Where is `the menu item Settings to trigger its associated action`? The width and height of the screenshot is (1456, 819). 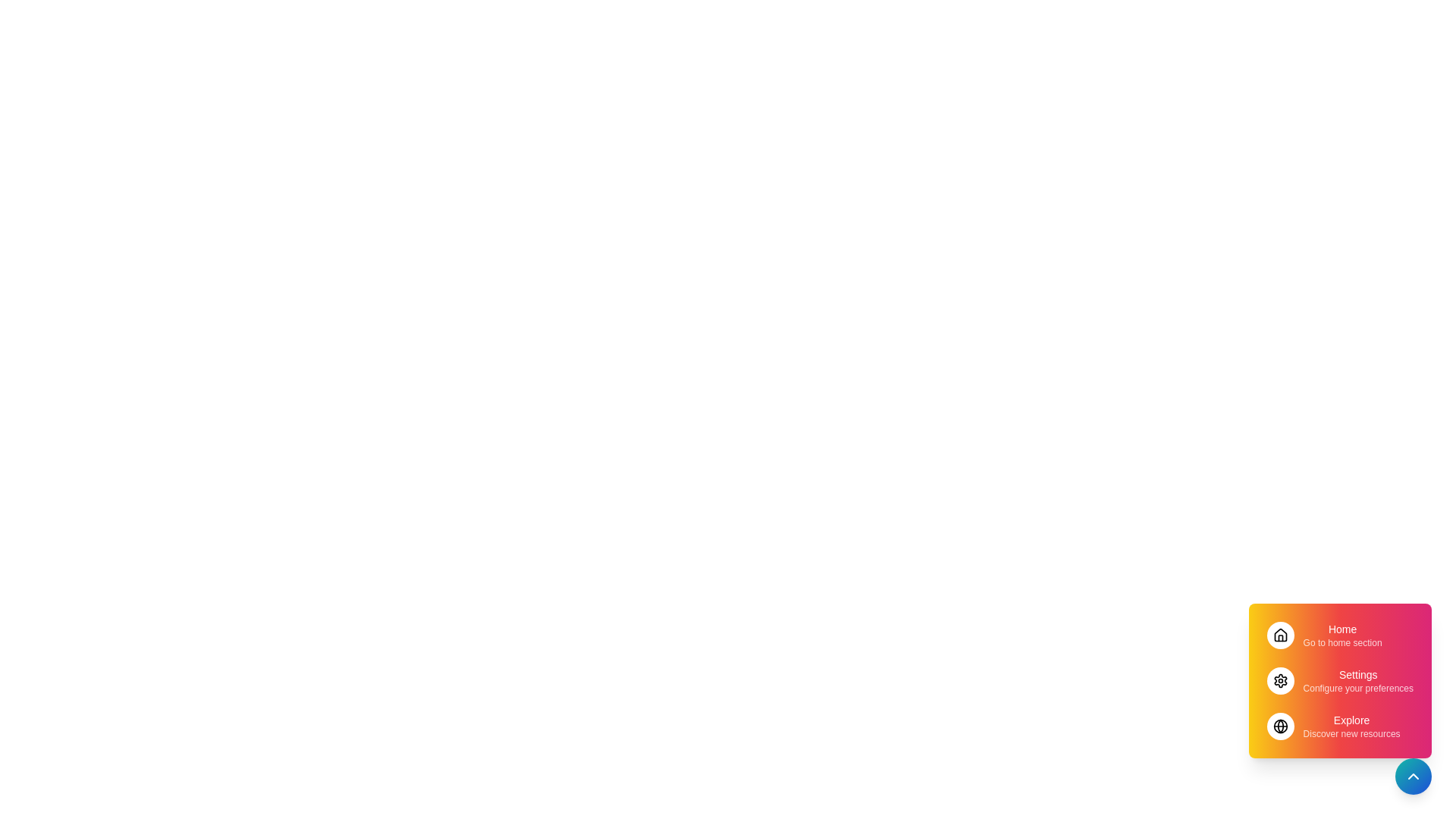
the menu item Settings to trigger its associated action is located at coordinates (1339, 680).